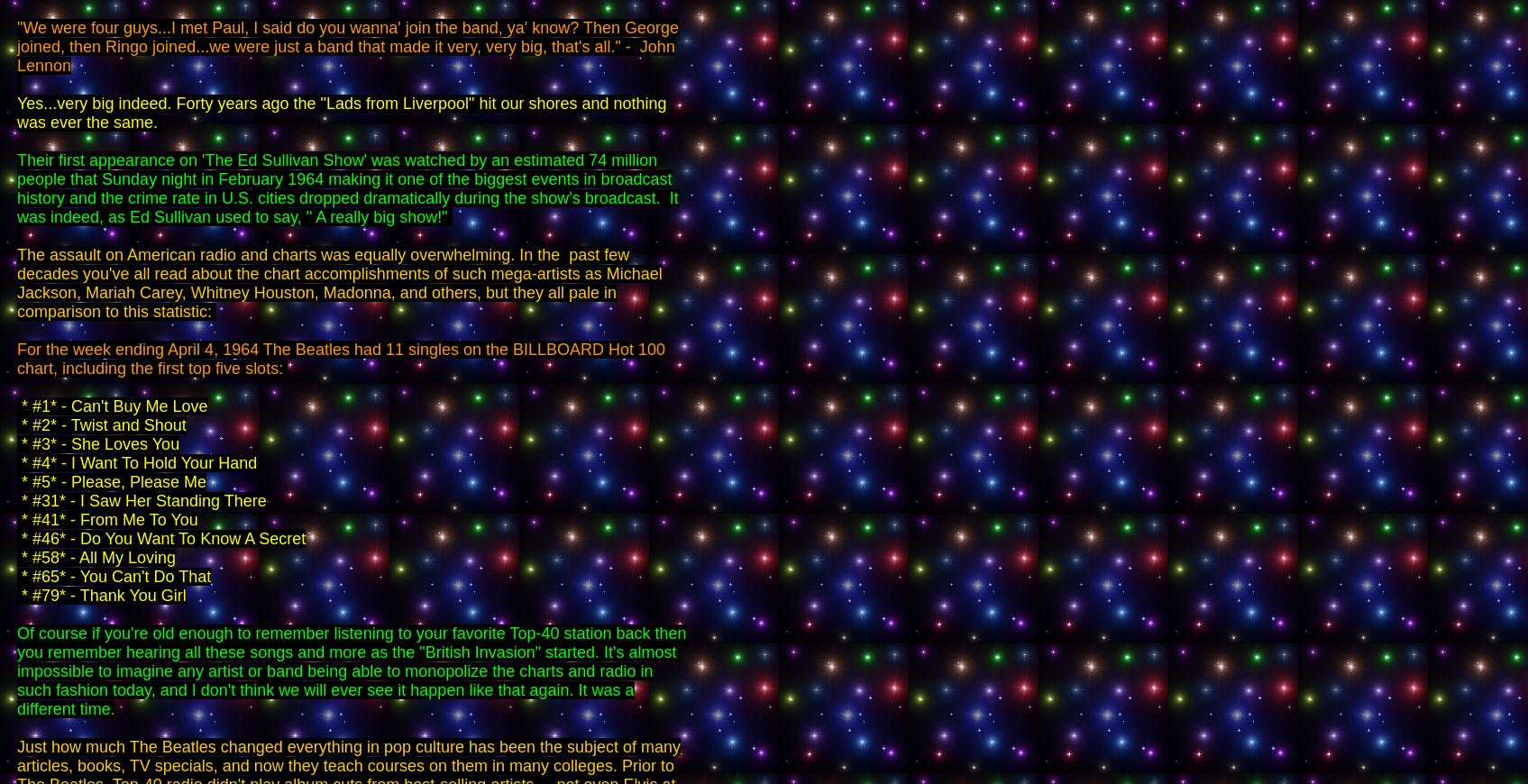  What do you see at coordinates (351, 670) in the screenshot?
I see `'Of course if you're old enough to remember listening
                           to your favorite Top-40 station back then you remember hearing all these songs and more as the "British Invasion"
                           started. It's almost impossible to imagine any artist or band being able to monopolize the charts and radio in such fashion
                           today, and I don't think we will ever see it happen like that again. It was a different time.'` at bounding box center [351, 670].